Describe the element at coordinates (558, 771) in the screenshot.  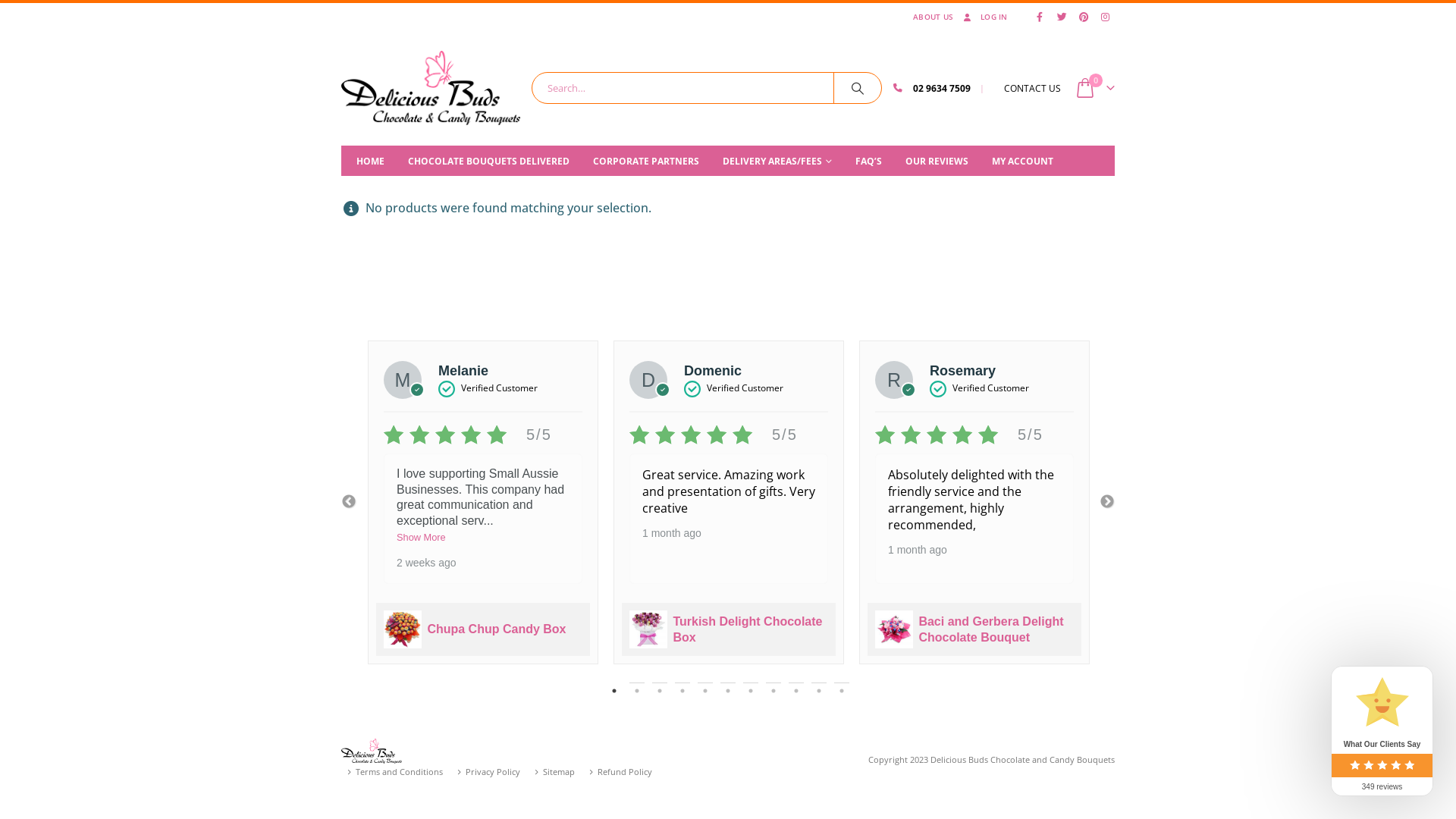
I see `'Sitemap'` at that location.